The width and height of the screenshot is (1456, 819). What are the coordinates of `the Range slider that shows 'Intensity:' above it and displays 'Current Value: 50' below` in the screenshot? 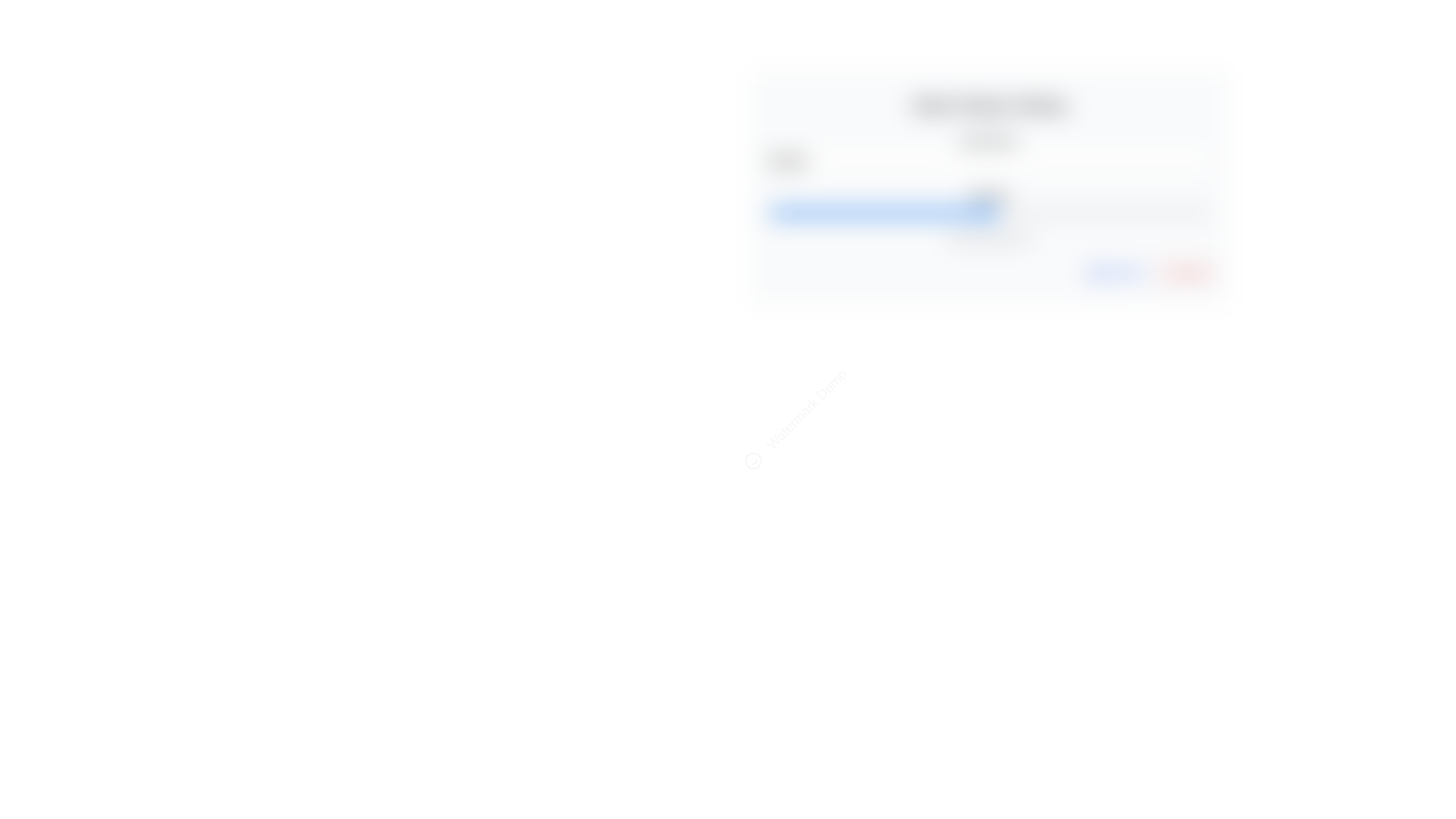 It's located at (990, 217).